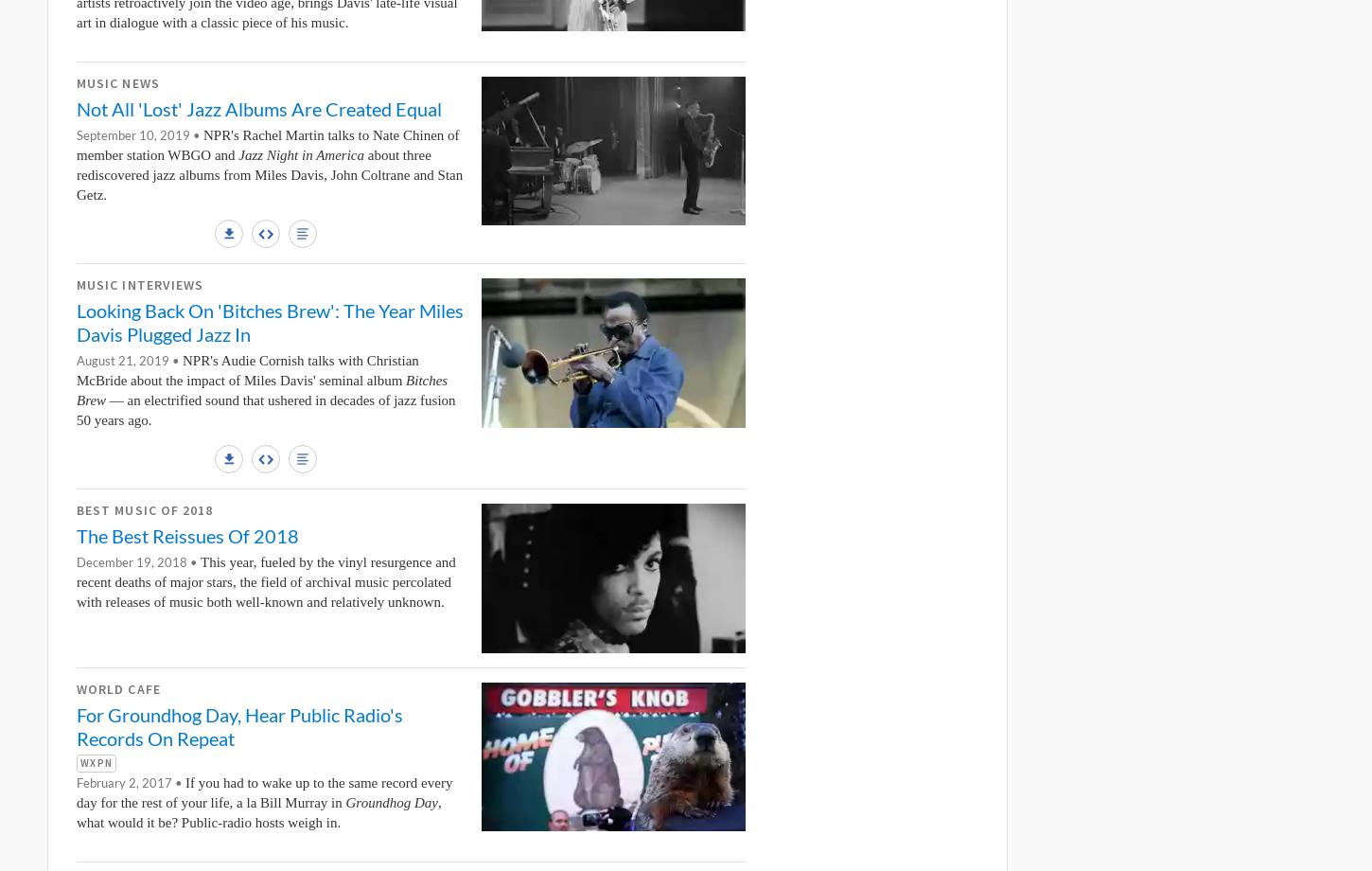  I want to click on 'NPR's Audie Cornish talks with Christian McBride about the impact of Miles Davis' seminal album', so click(247, 369).